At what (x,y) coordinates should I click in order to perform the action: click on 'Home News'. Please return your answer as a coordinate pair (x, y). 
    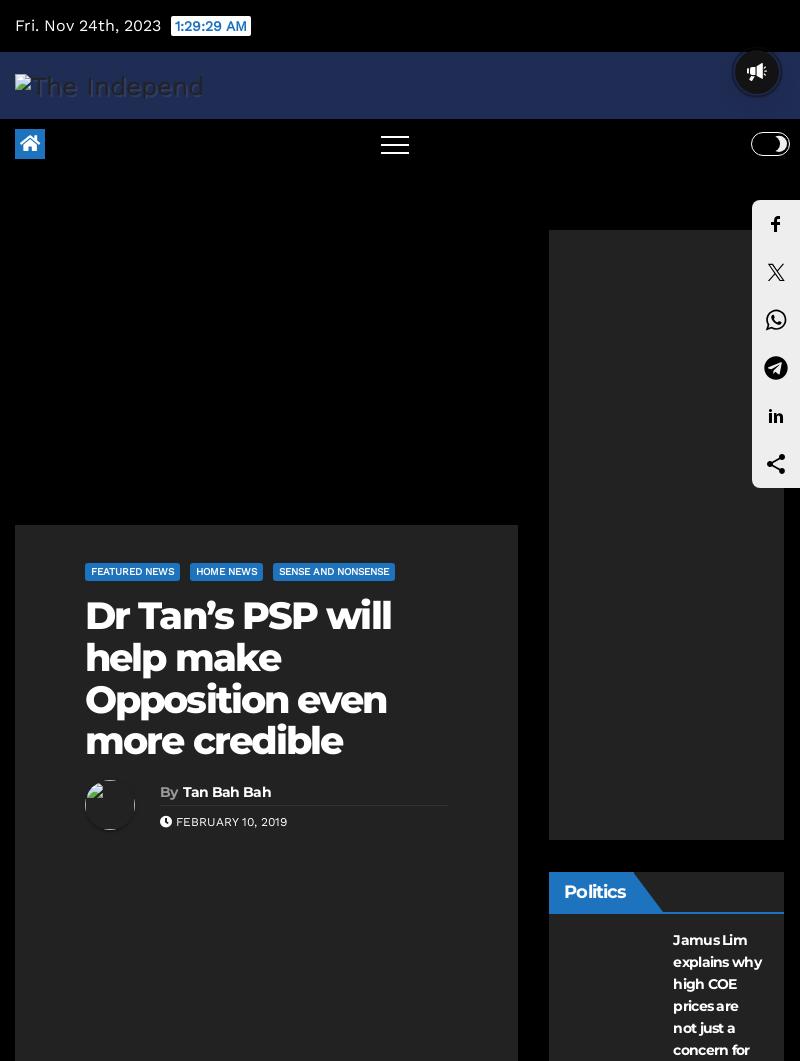
    Looking at the image, I should click on (226, 570).